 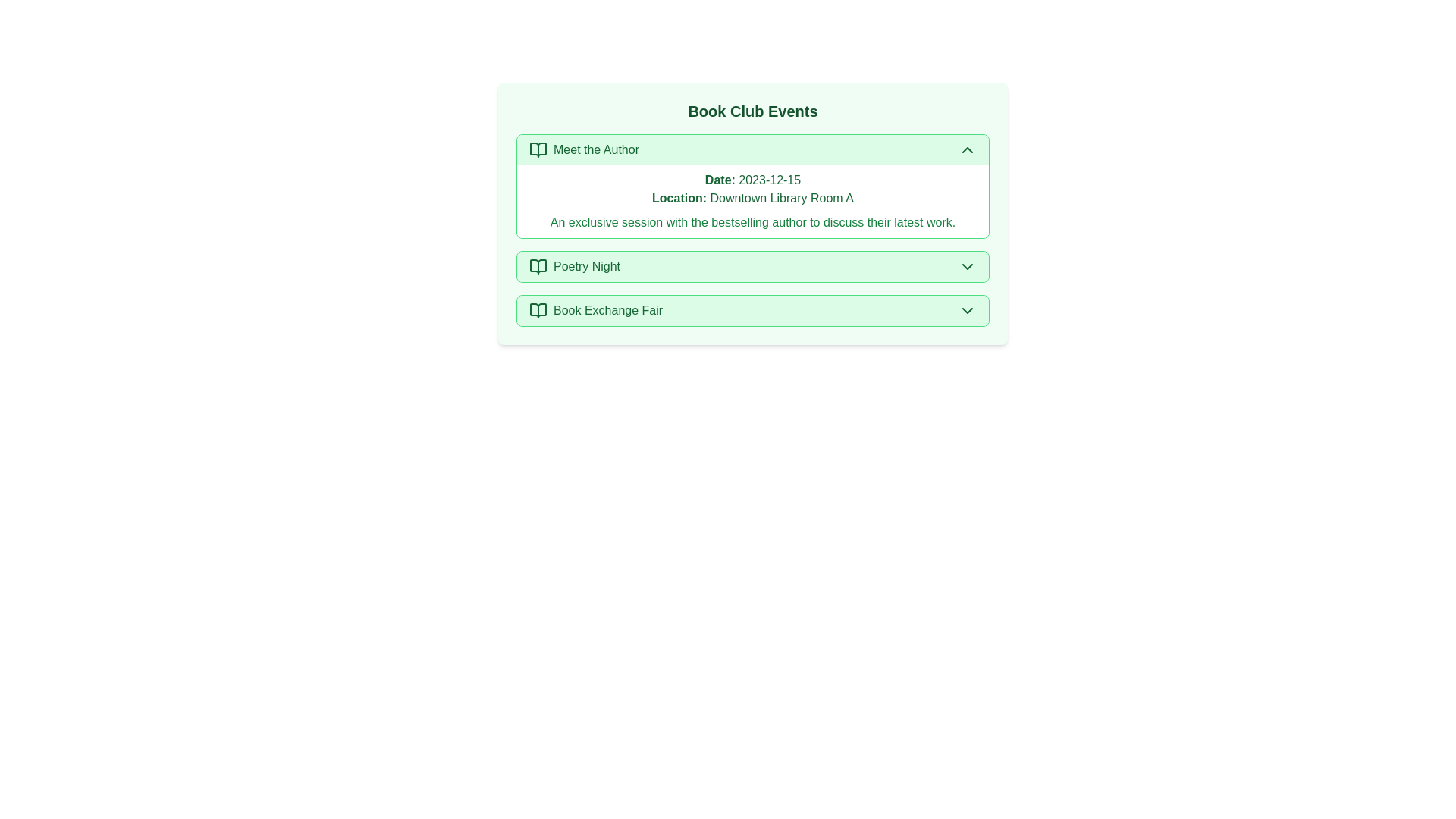 What do you see at coordinates (583, 149) in the screenshot?
I see `the List Header with Icon` at bounding box center [583, 149].